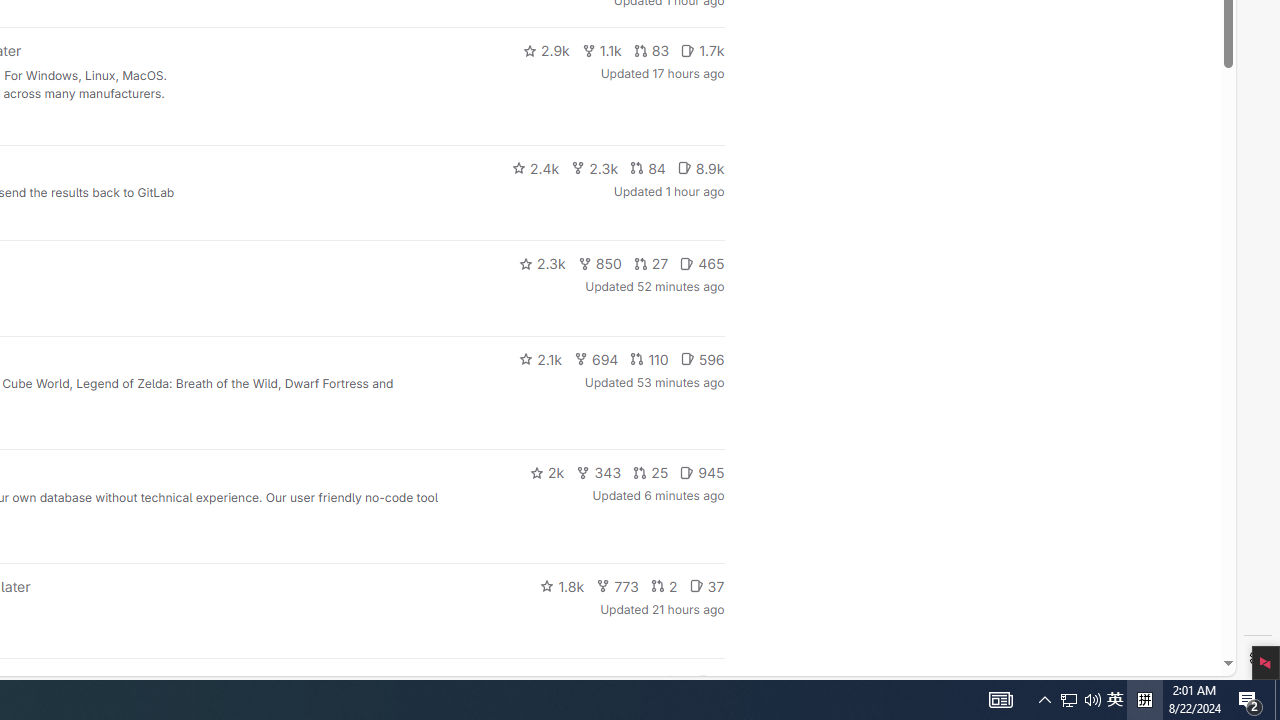  Describe the element at coordinates (706, 585) in the screenshot. I see `'37'` at that location.